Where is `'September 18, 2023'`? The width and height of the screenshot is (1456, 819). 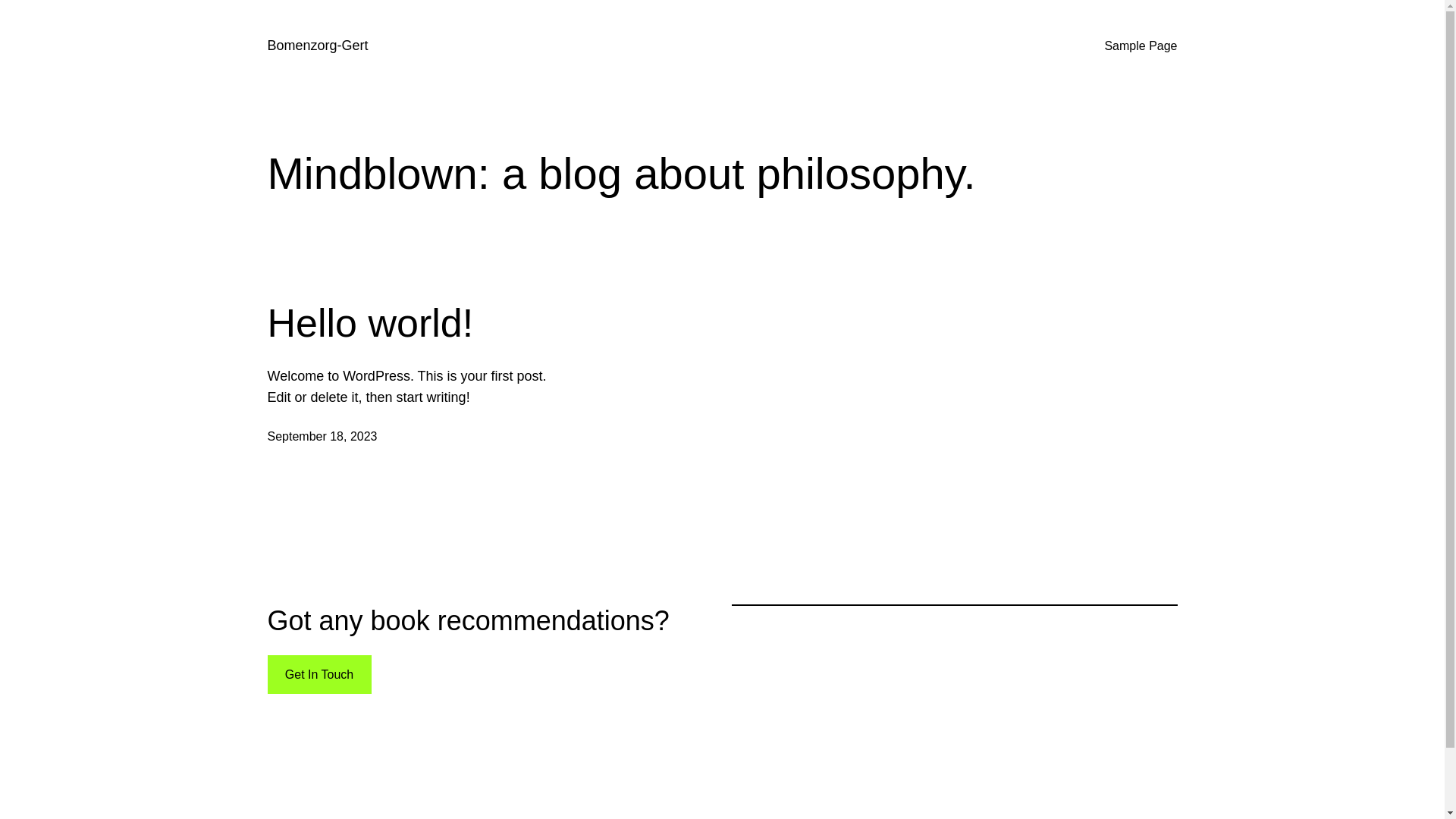 'September 18, 2023' is located at coordinates (266, 436).